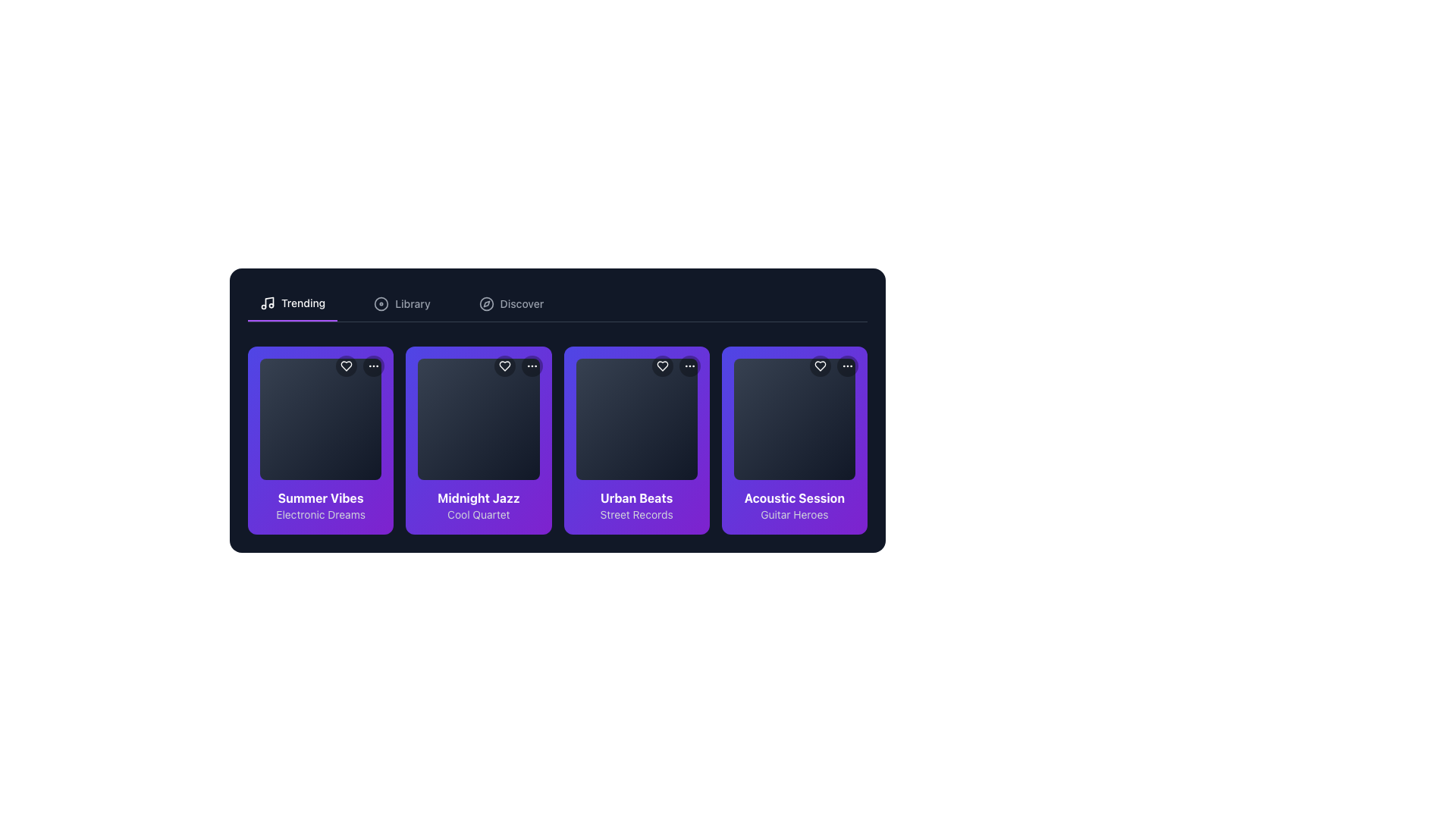  I want to click on the square-shaped card with rounded corners and a gradient background located within the 'Midnight Jazz' card under the 'Trending' category, so click(478, 419).